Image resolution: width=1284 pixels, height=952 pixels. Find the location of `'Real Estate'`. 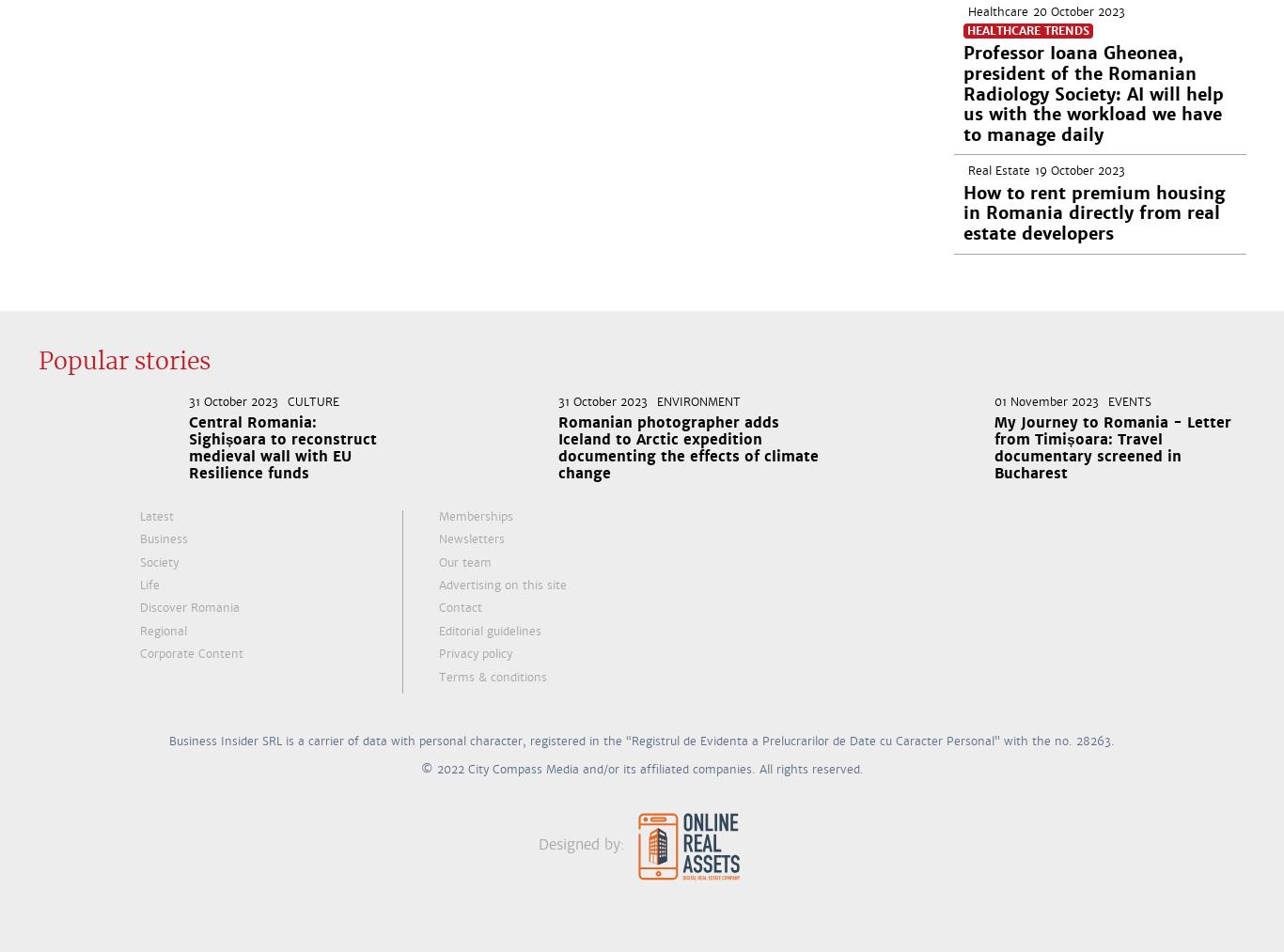

'Real Estate' is located at coordinates (997, 171).